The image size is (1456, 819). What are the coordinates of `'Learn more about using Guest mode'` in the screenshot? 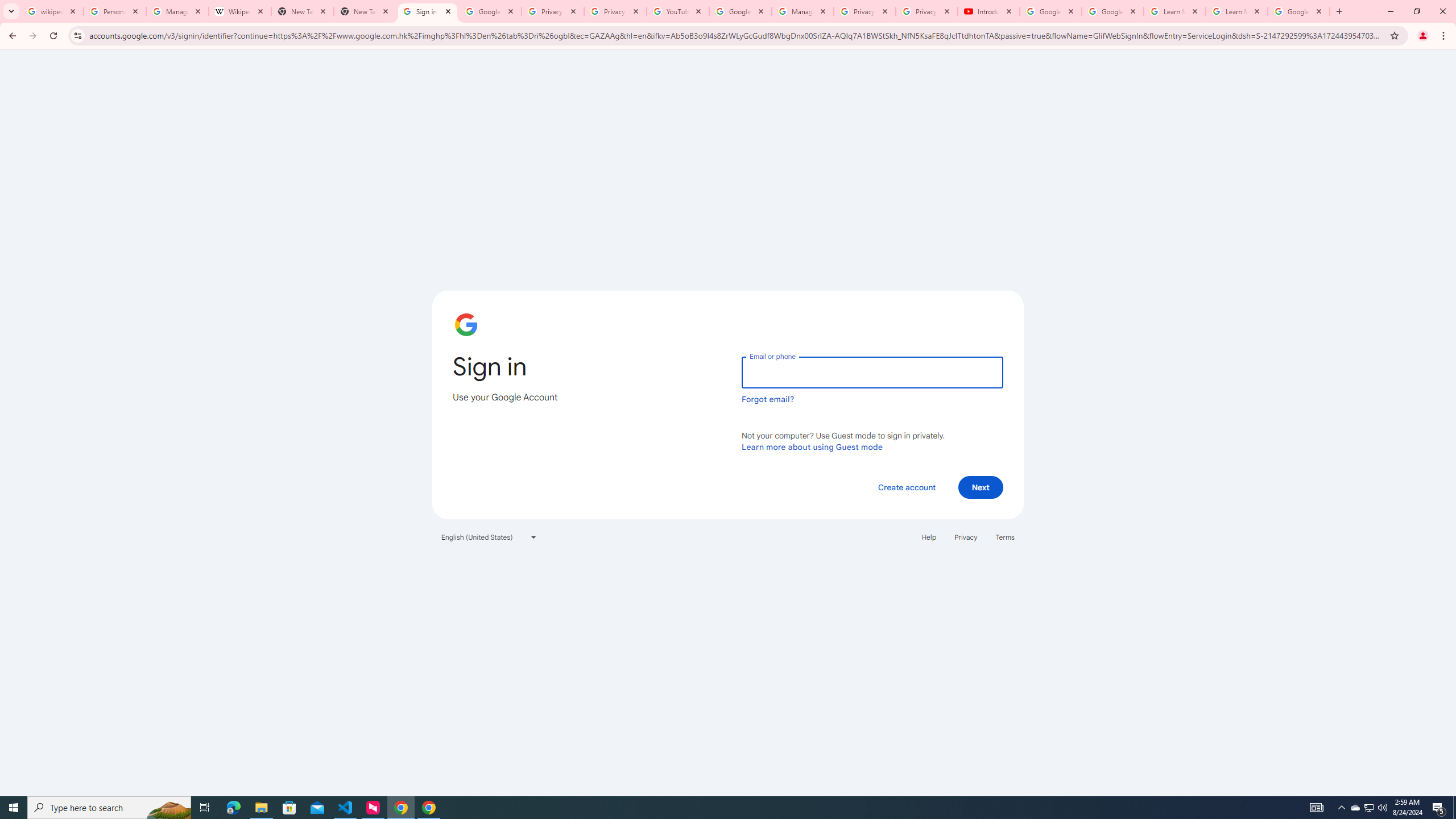 It's located at (812, 446).